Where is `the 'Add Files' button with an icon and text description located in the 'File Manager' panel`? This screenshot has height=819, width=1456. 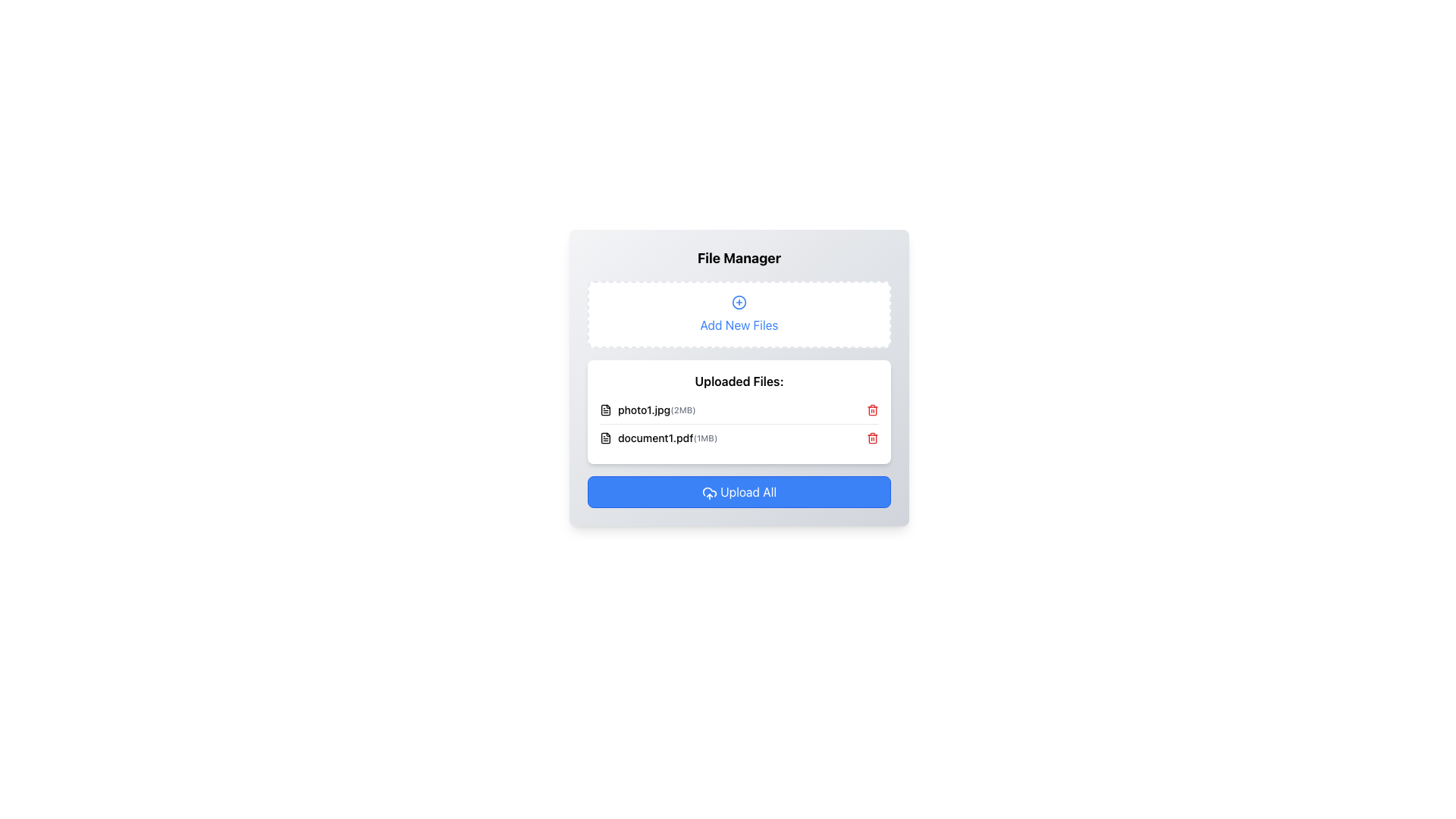
the 'Add Files' button with an icon and text description located in the 'File Manager' panel is located at coordinates (739, 314).